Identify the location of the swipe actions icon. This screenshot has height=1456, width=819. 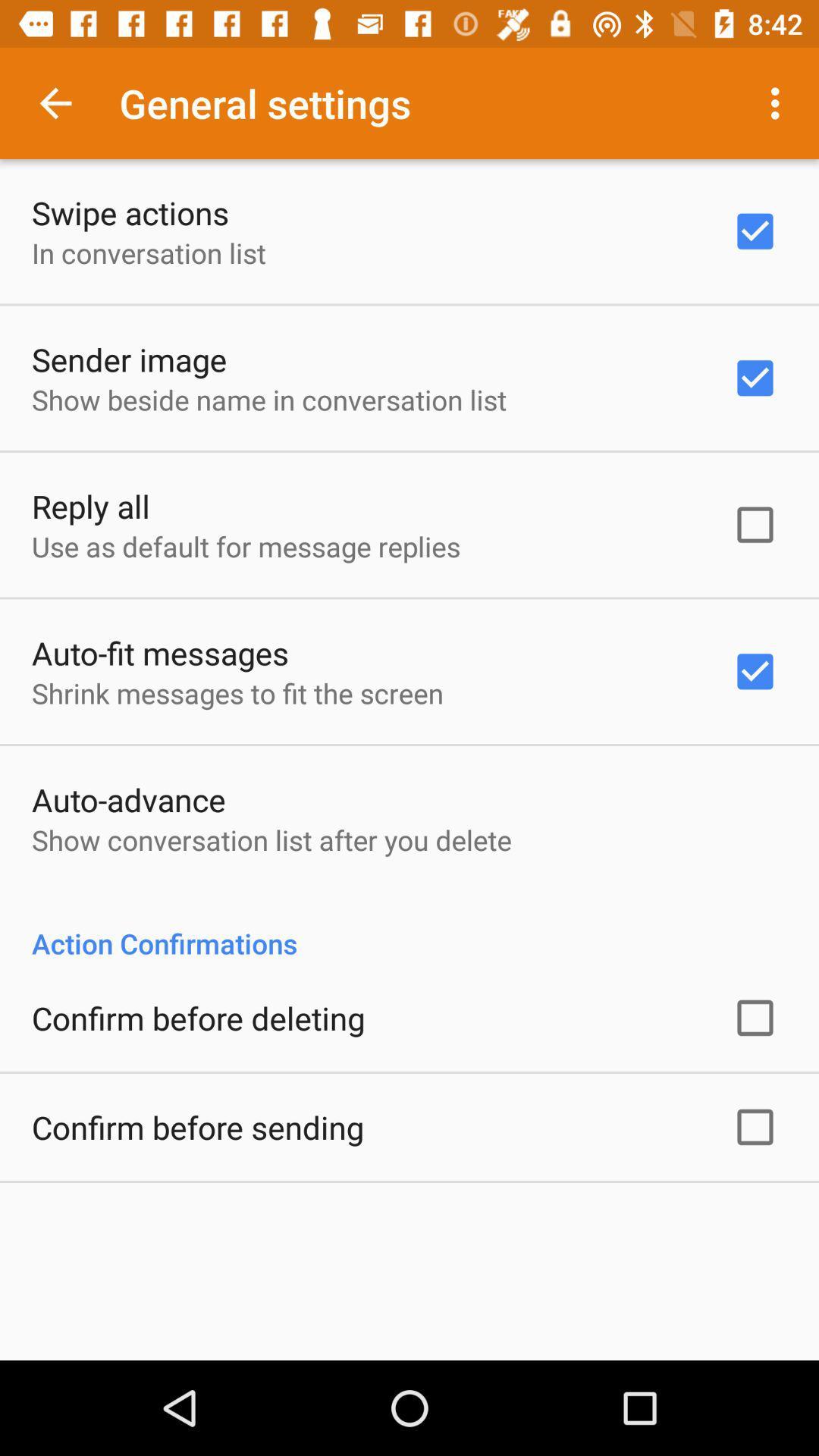
(130, 212).